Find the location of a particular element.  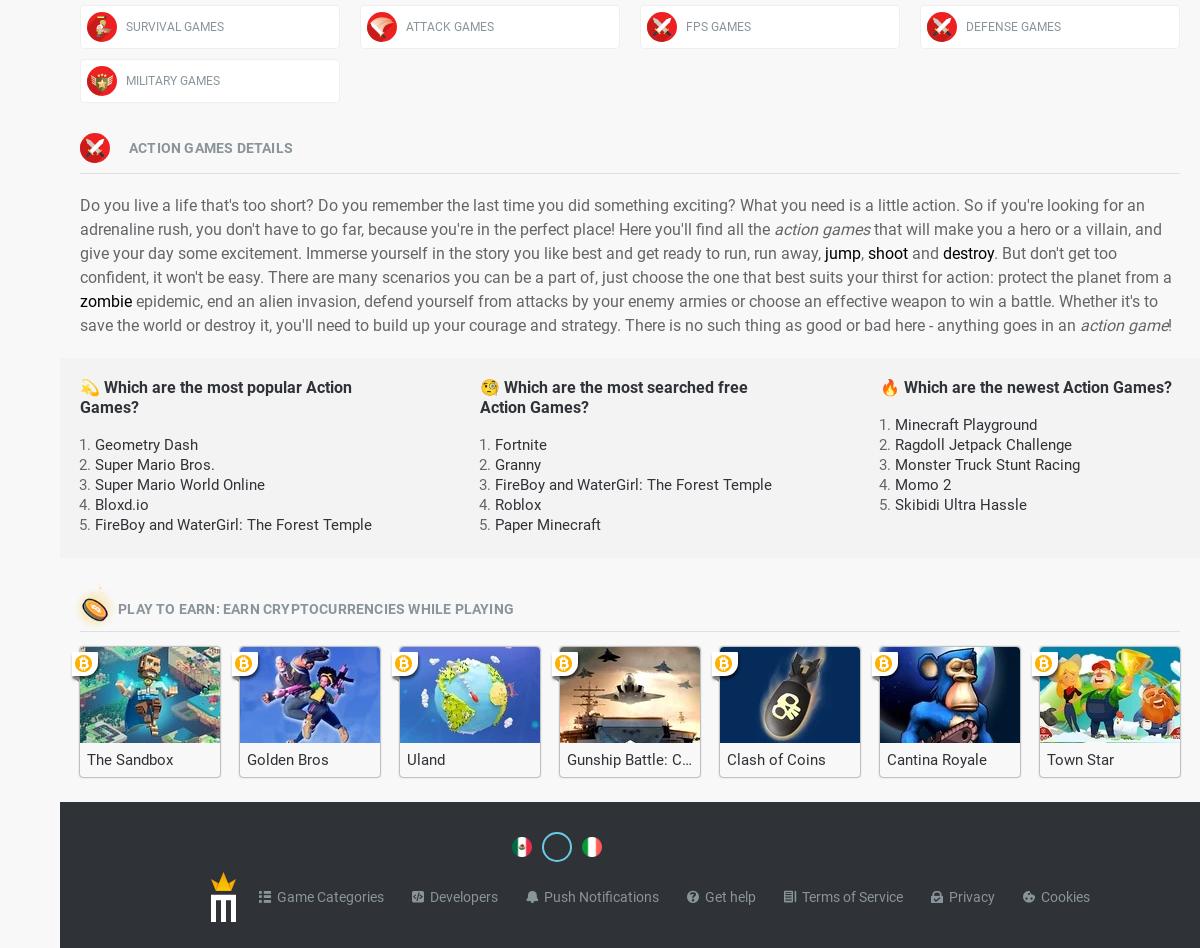

'Roblox' is located at coordinates (517, 504).